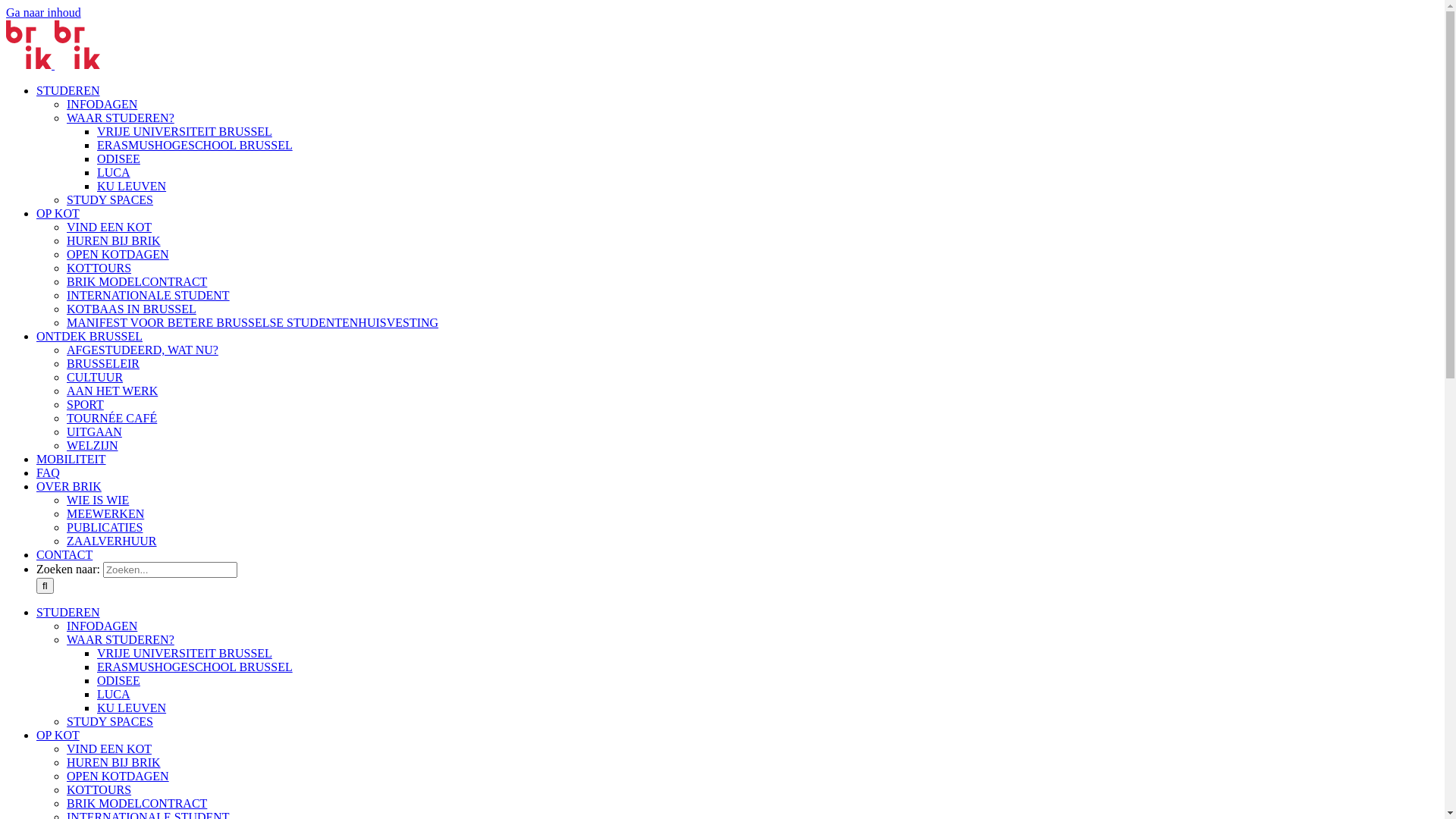 This screenshot has height=819, width=1456. What do you see at coordinates (148, 295) in the screenshot?
I see `'INTERNATIONALE STUDENT'` at bounding box center [148, 295].